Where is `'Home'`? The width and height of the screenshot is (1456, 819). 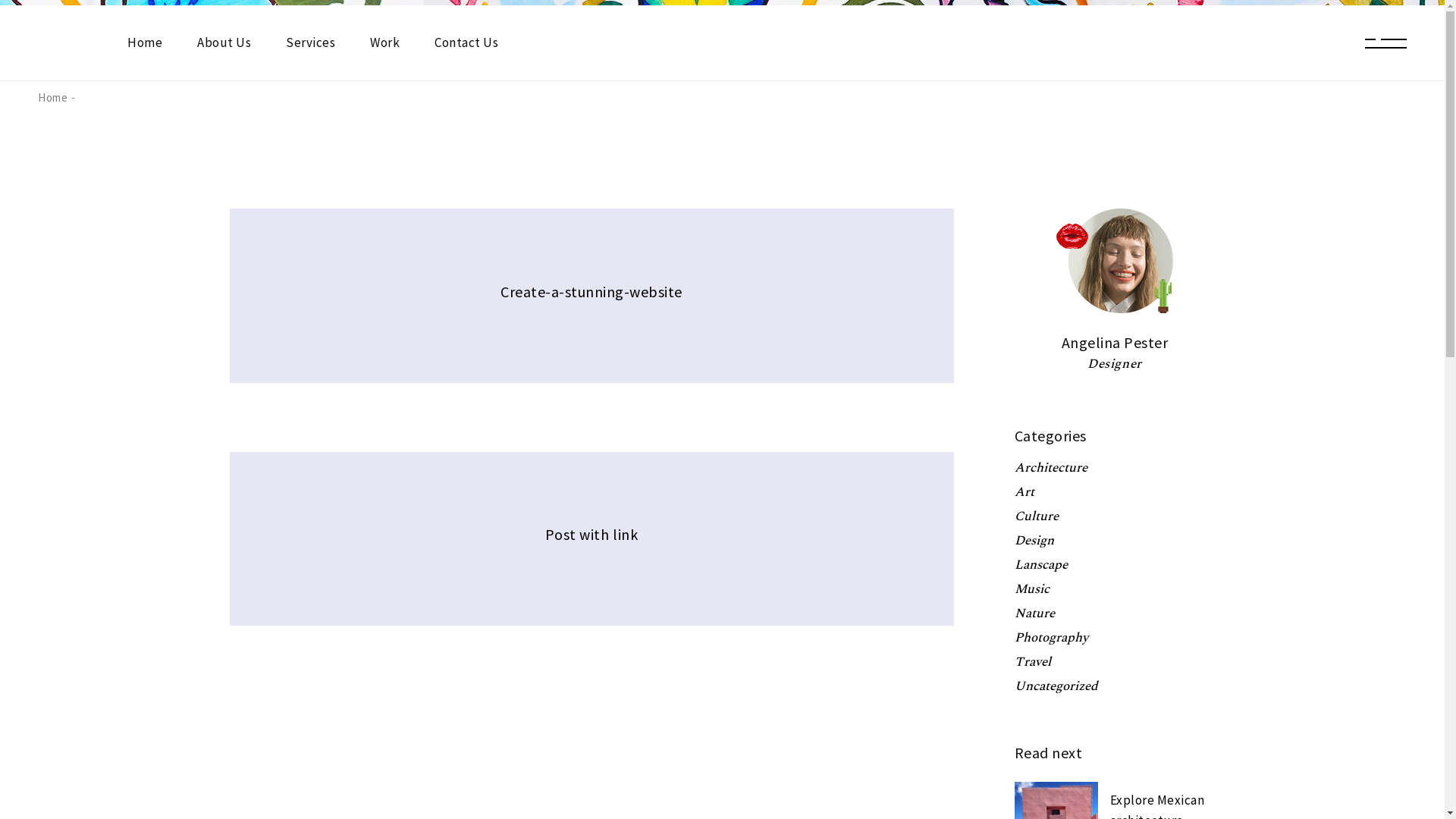 'Home' is located at coordinates (37, 97).